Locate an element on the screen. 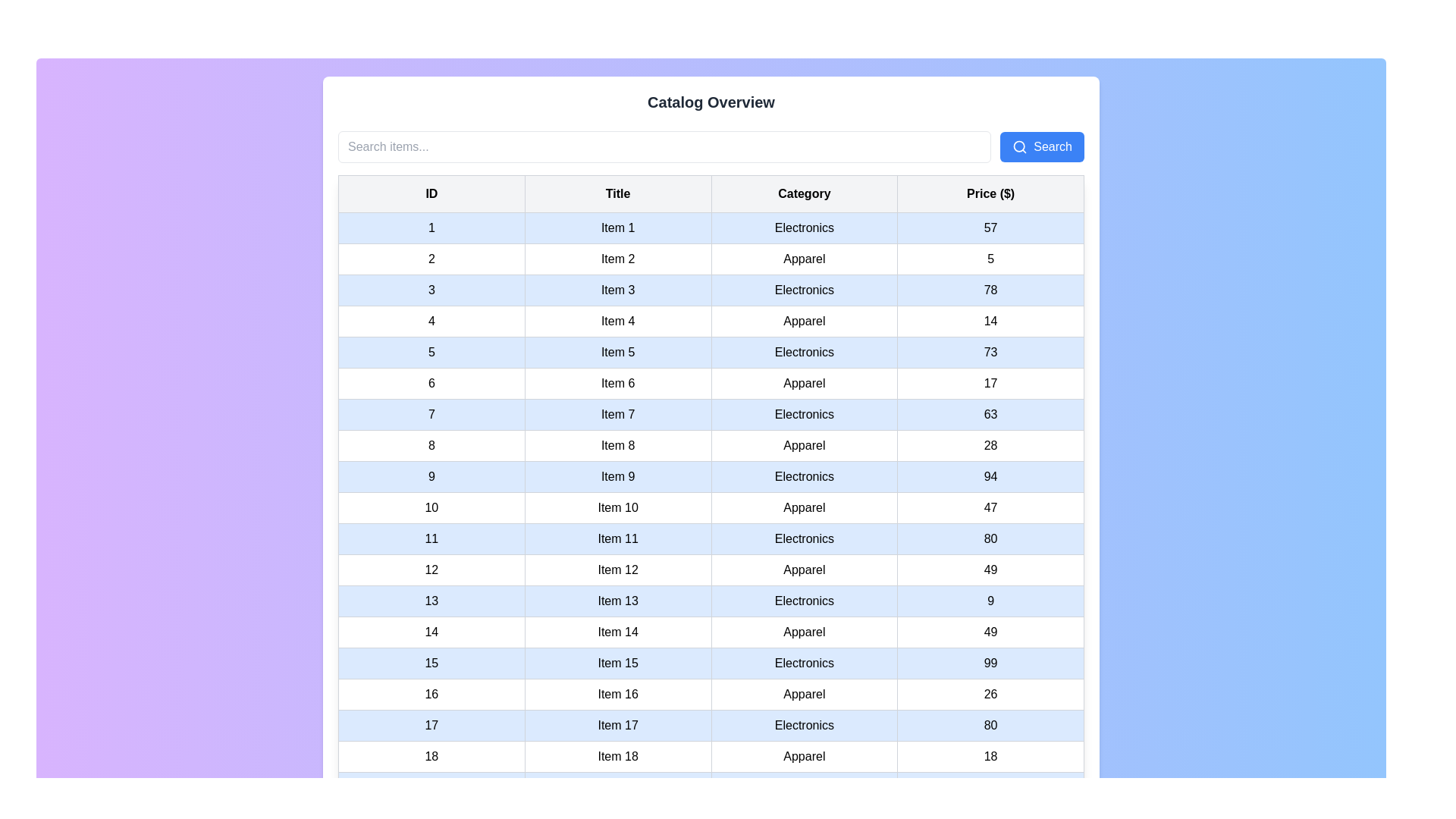  the table cell displaying the numeric value '9' located in the first column of the highlighted row is located at coordinates (431, 475).